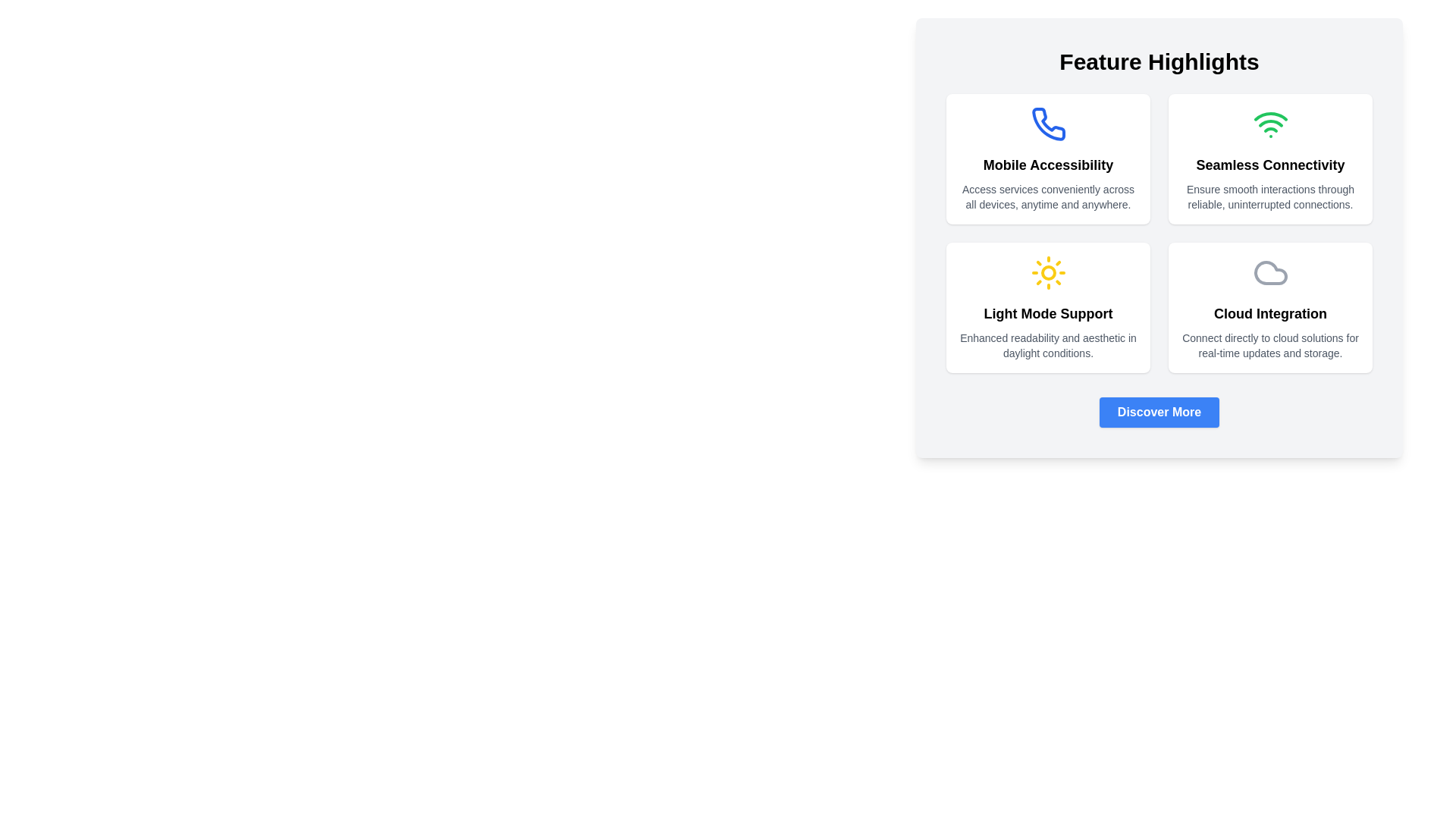 This screenshot has height=819, width=1456. Describe the element at coordinates (1047, 307) in the screenshot. I see `the Informational card that conveys information about light mode support, located in the third position of the grid under 'Feature Highlights', beneath 'Mobile Accessibility' and to the left of 'Cloud Integration'` at that location.